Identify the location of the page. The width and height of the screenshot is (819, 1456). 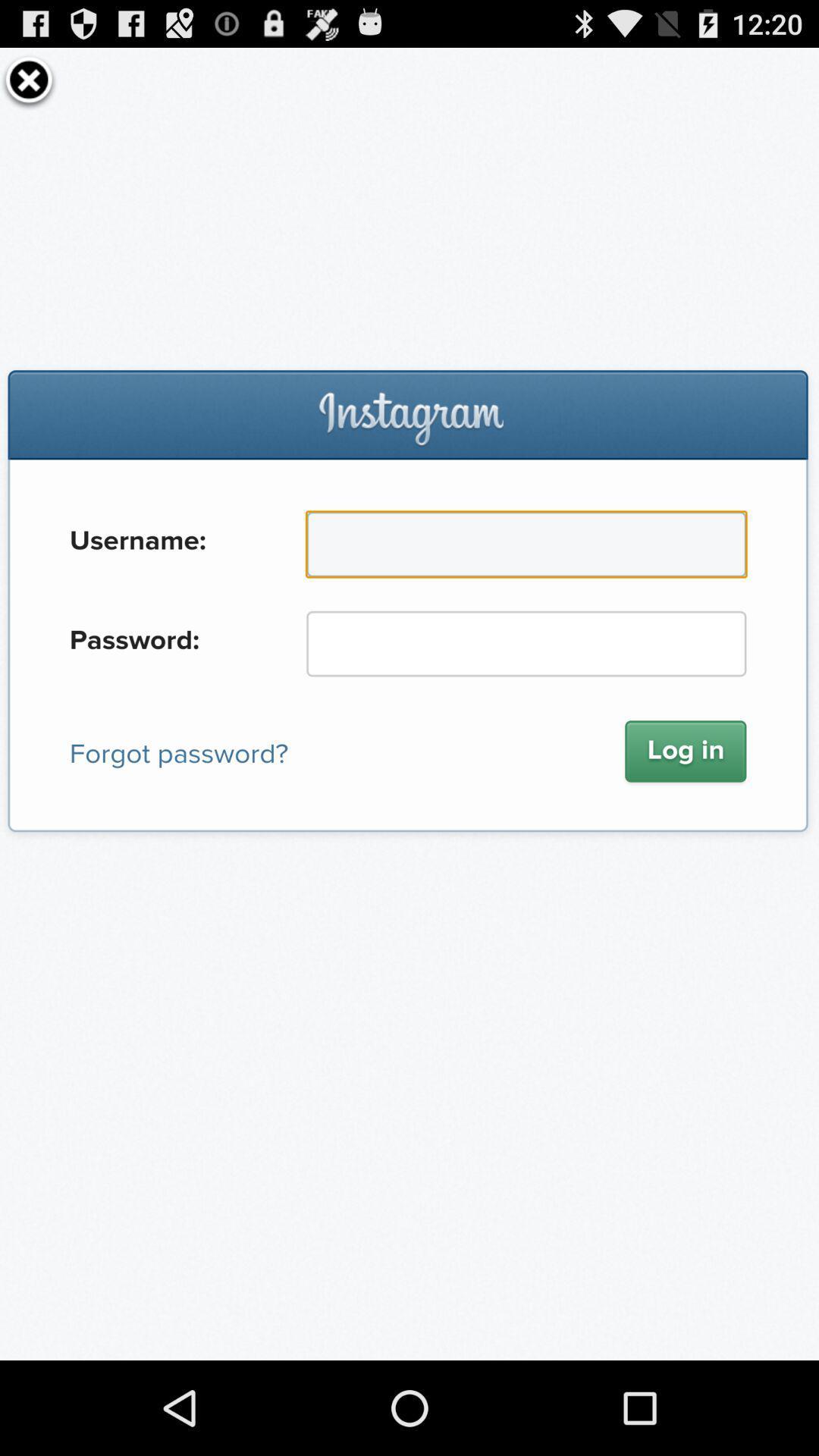
(29, 79).